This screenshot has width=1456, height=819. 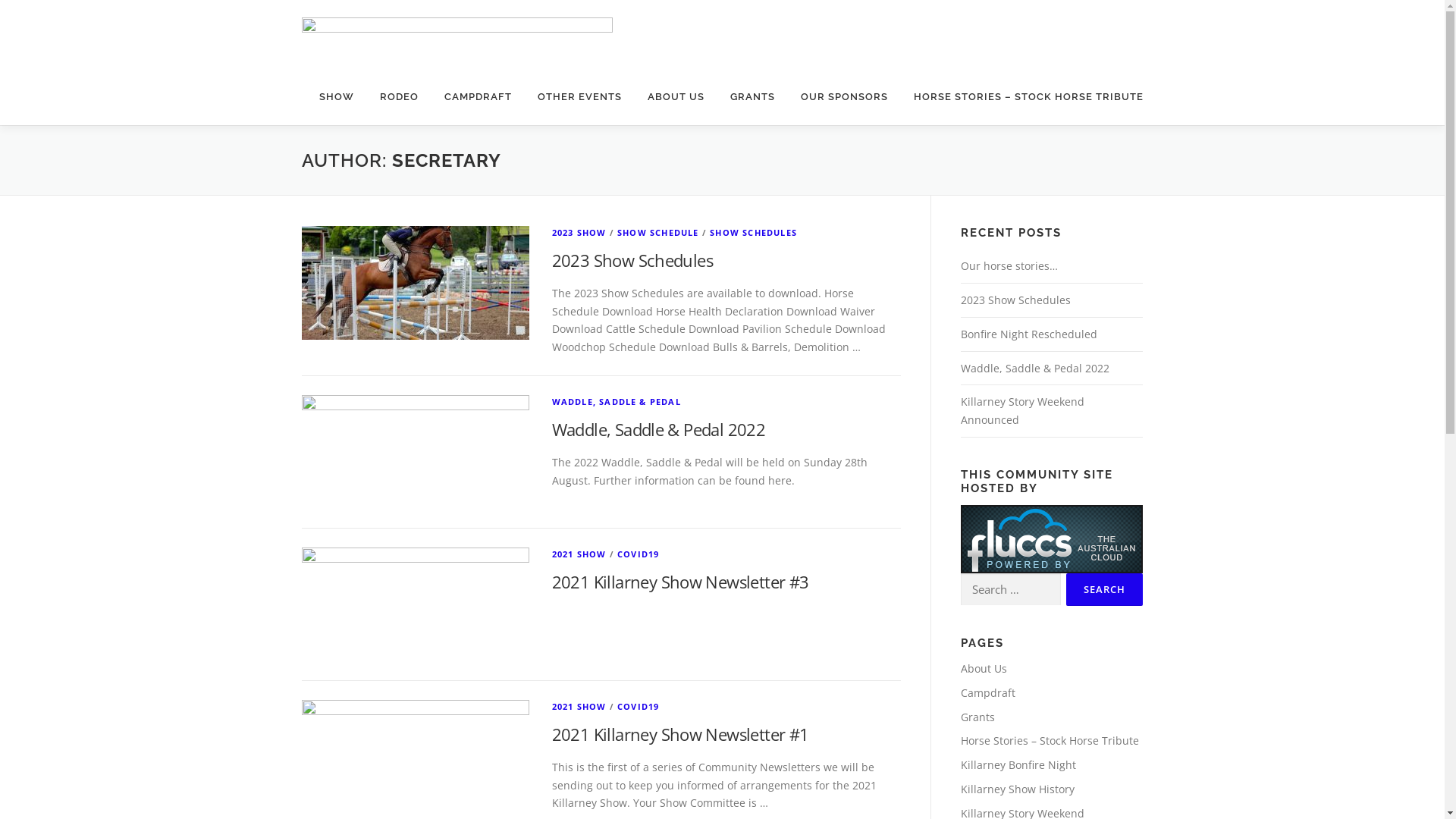 What do you see at coordinates (987, 692) in the screenshot?
I see `'Campdraft'` at bounding box center [987, 692].